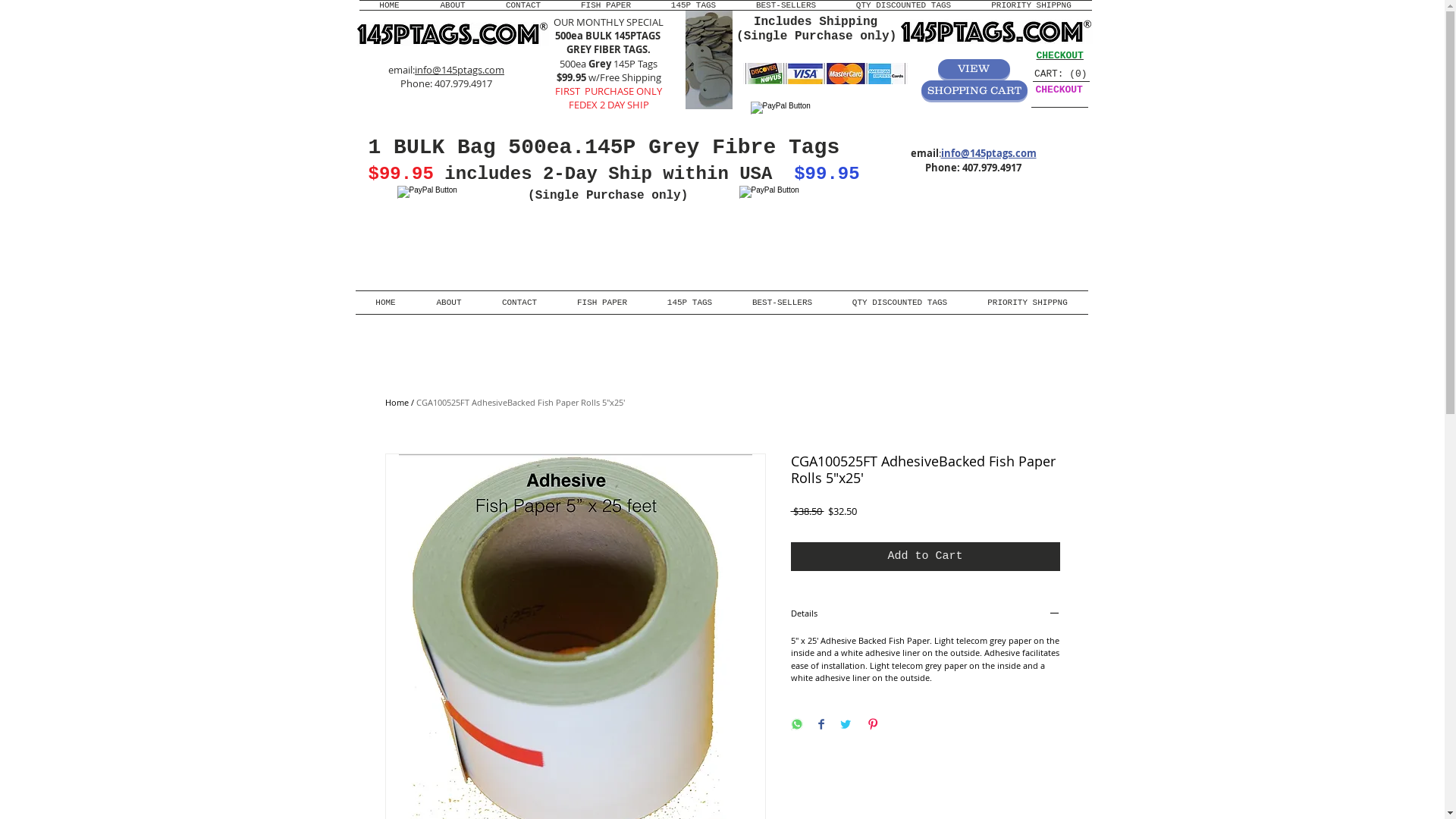 The height and width of the screenshot is (819, 1456). I want to click on 'ABOUT', so click(447, 302).